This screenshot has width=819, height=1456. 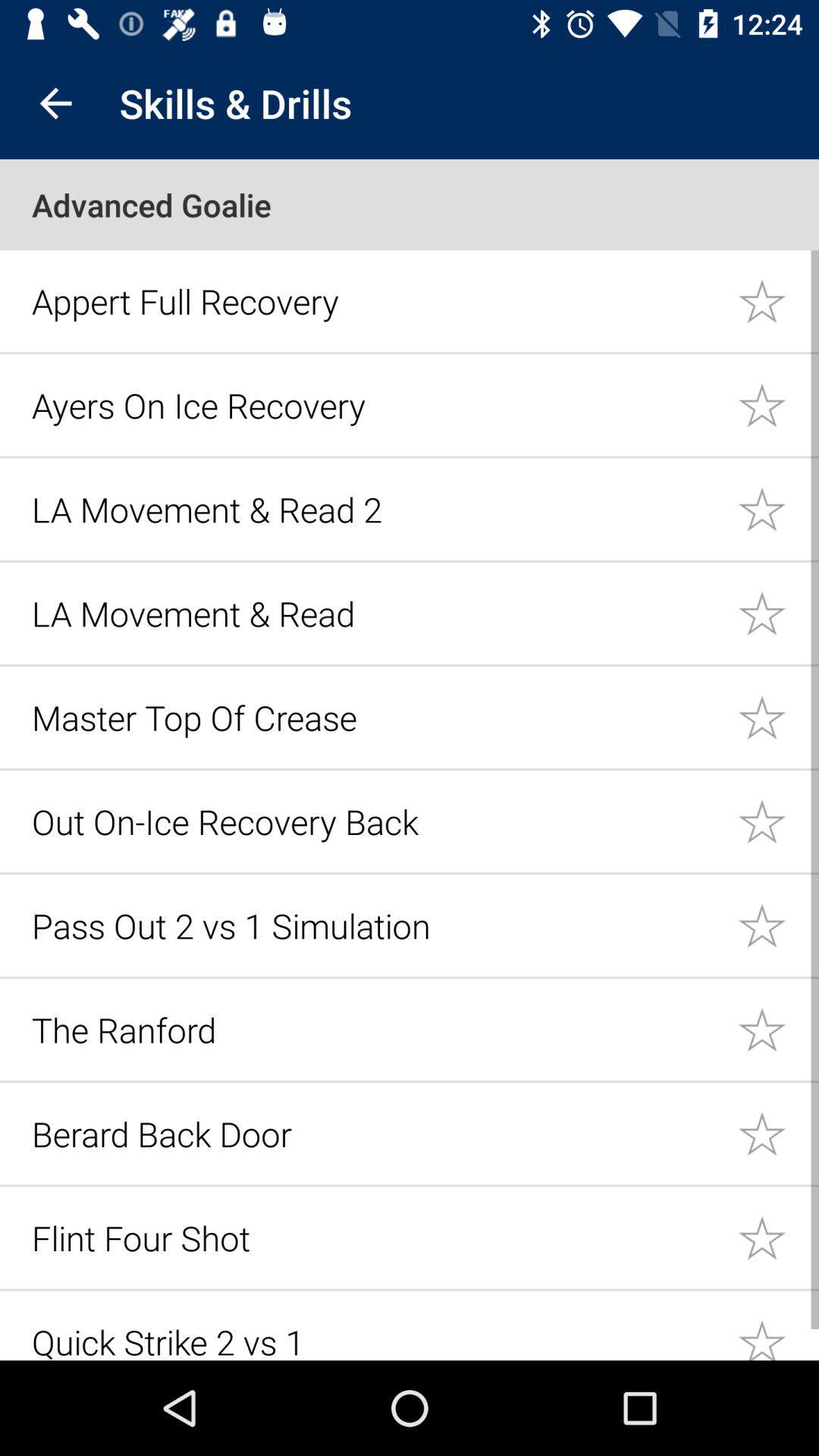 What do you see at coordinates (375, 924) in the screenshot?
I see `the pass out 2` at bounding box center [375, 924].